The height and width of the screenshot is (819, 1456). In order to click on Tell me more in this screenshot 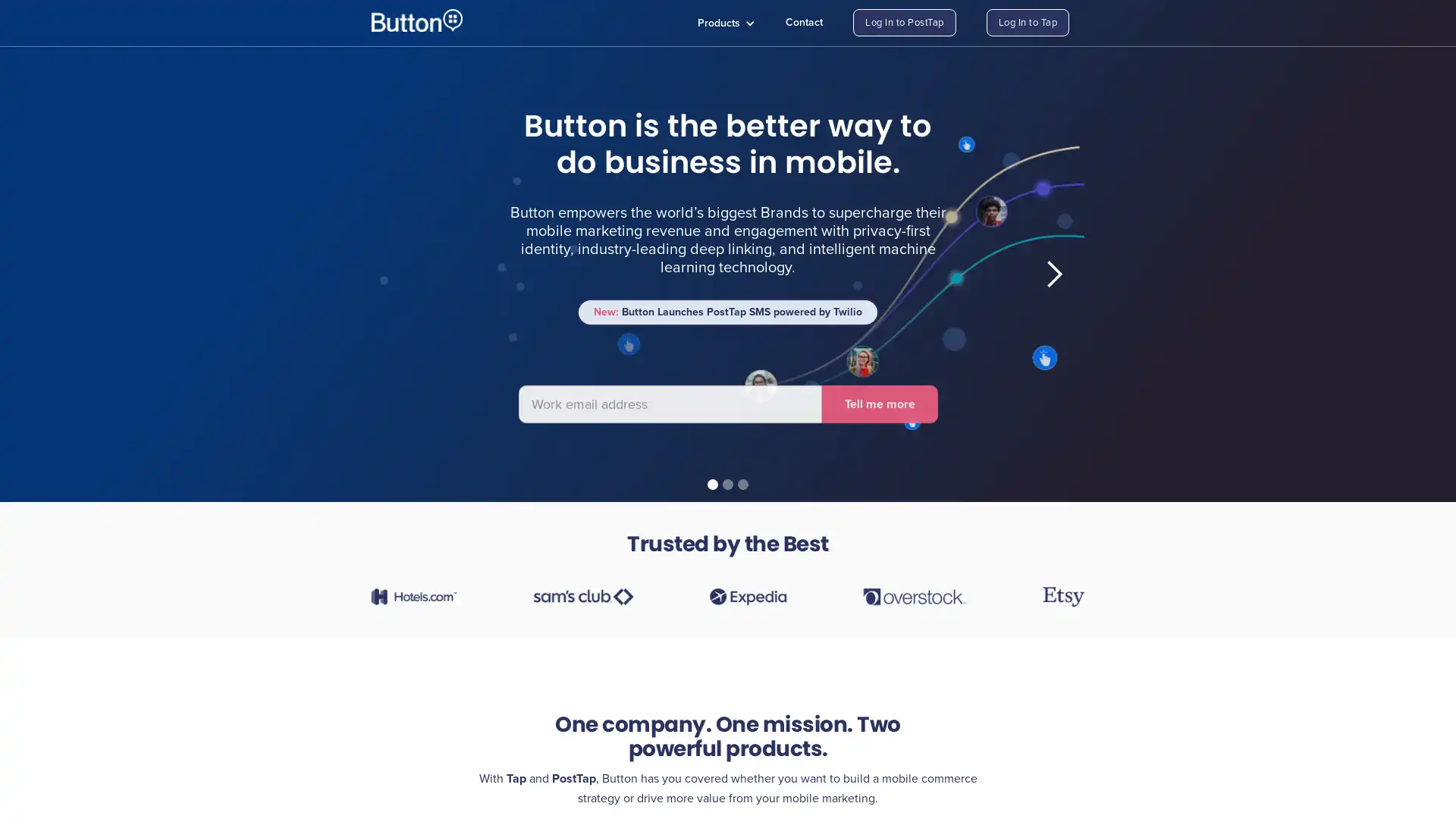, I will do `click(879, 397)`.